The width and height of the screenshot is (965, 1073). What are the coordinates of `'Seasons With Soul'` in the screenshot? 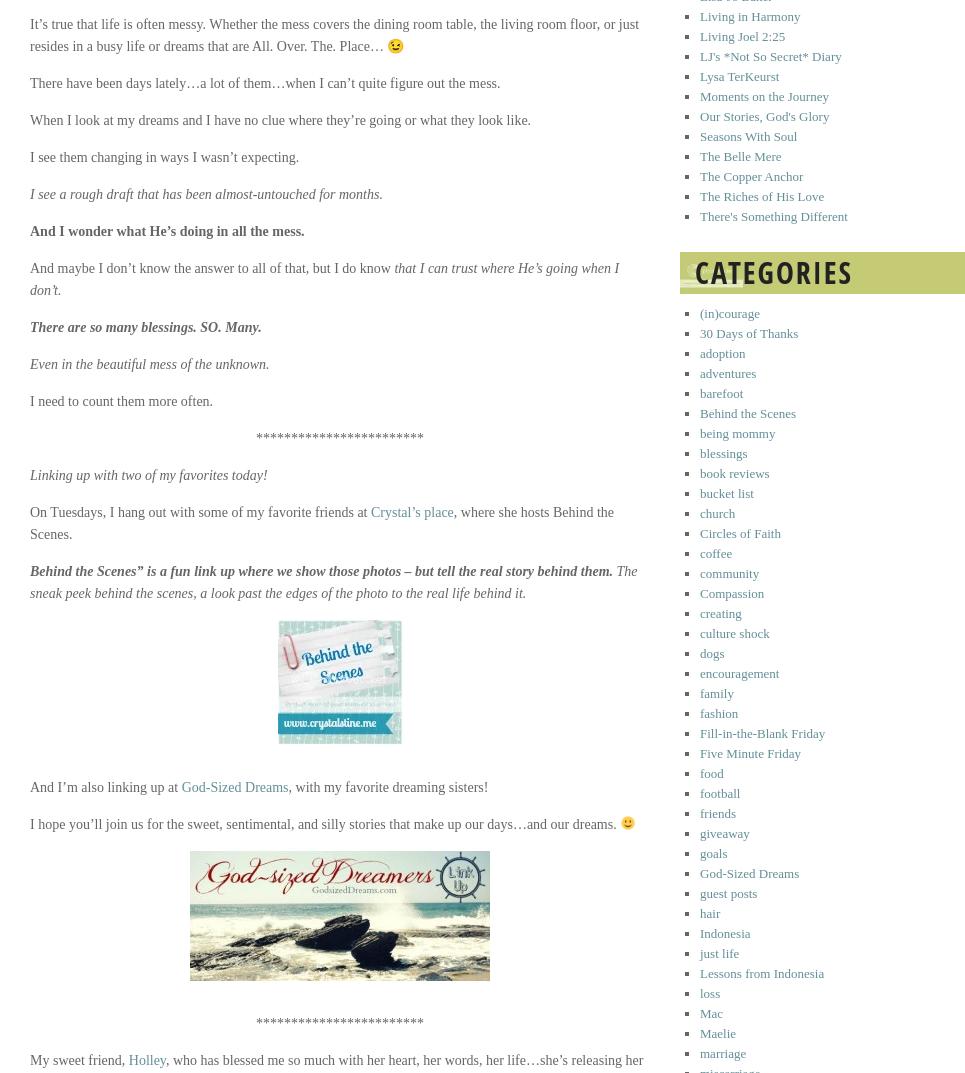 It's located at (747, 135).